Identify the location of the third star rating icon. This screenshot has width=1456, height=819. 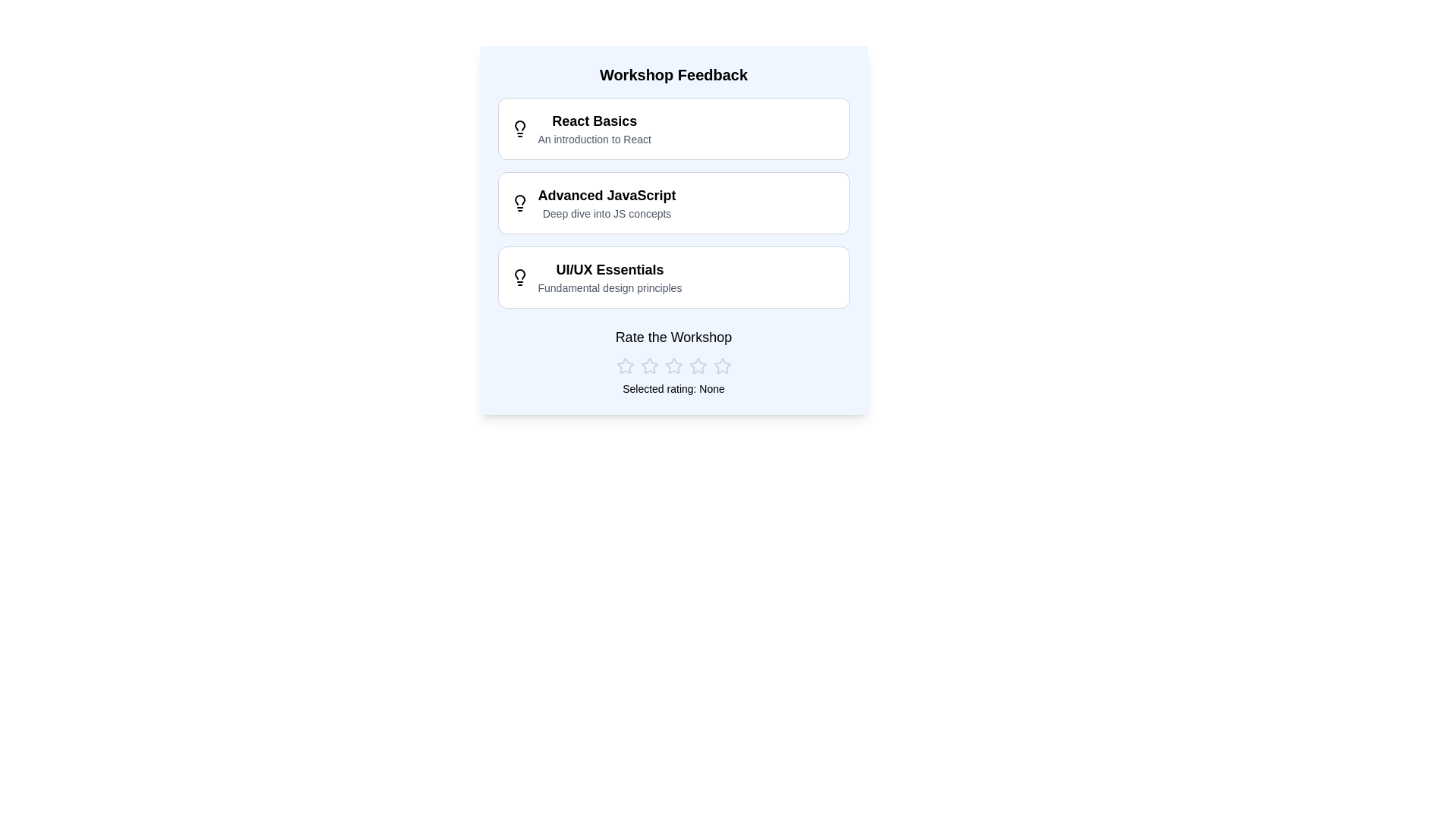
(697, 366).